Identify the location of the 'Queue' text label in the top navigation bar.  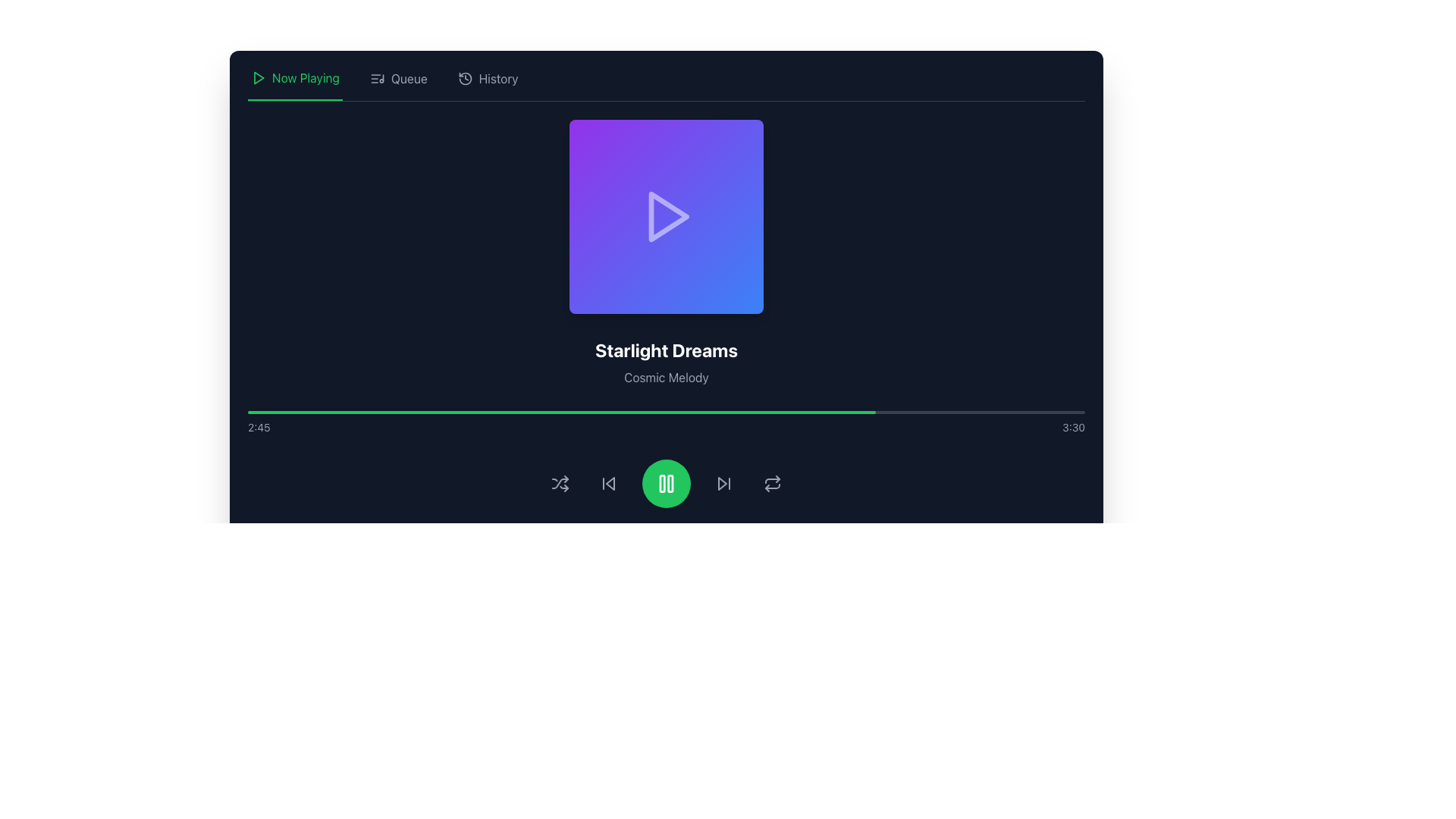
(409, 79).